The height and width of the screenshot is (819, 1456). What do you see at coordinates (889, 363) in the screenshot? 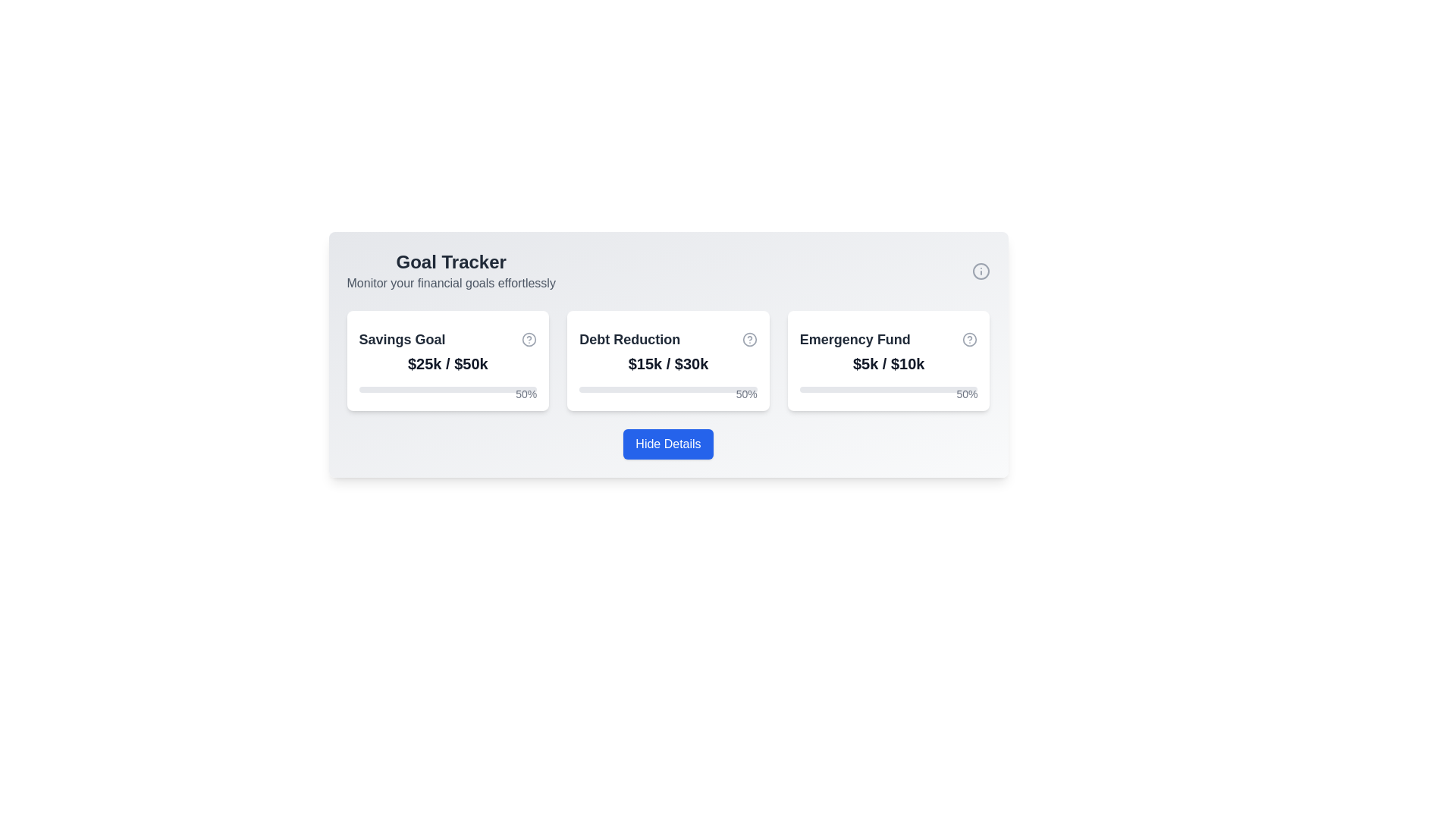
I see `the text label displaying the financial progress '$5k / $10k' located within the 'Emergency Fund' card` at bounding box center [889, 363].